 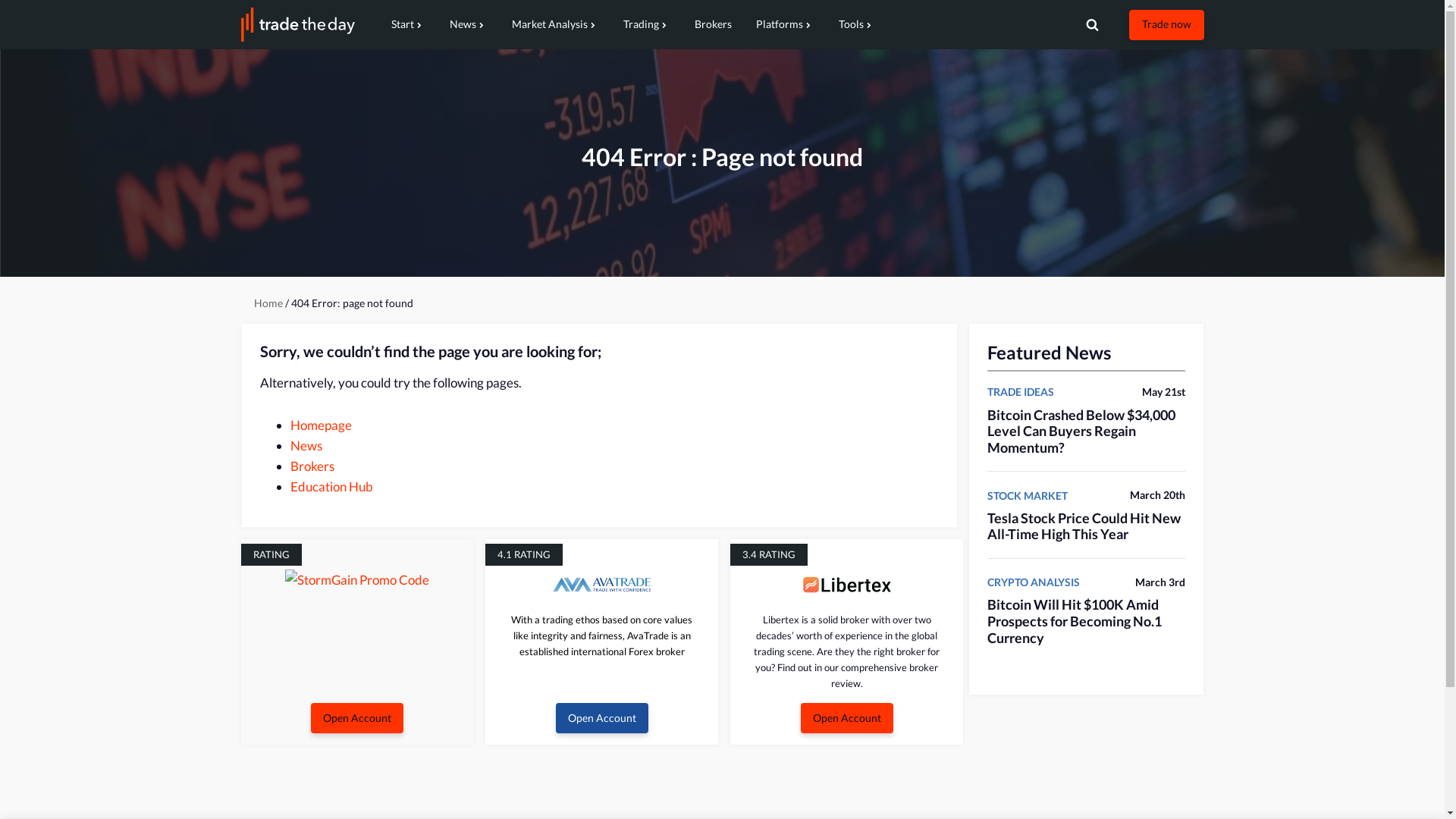 I want to click on 'Brokers', so click(x=290, y=465).